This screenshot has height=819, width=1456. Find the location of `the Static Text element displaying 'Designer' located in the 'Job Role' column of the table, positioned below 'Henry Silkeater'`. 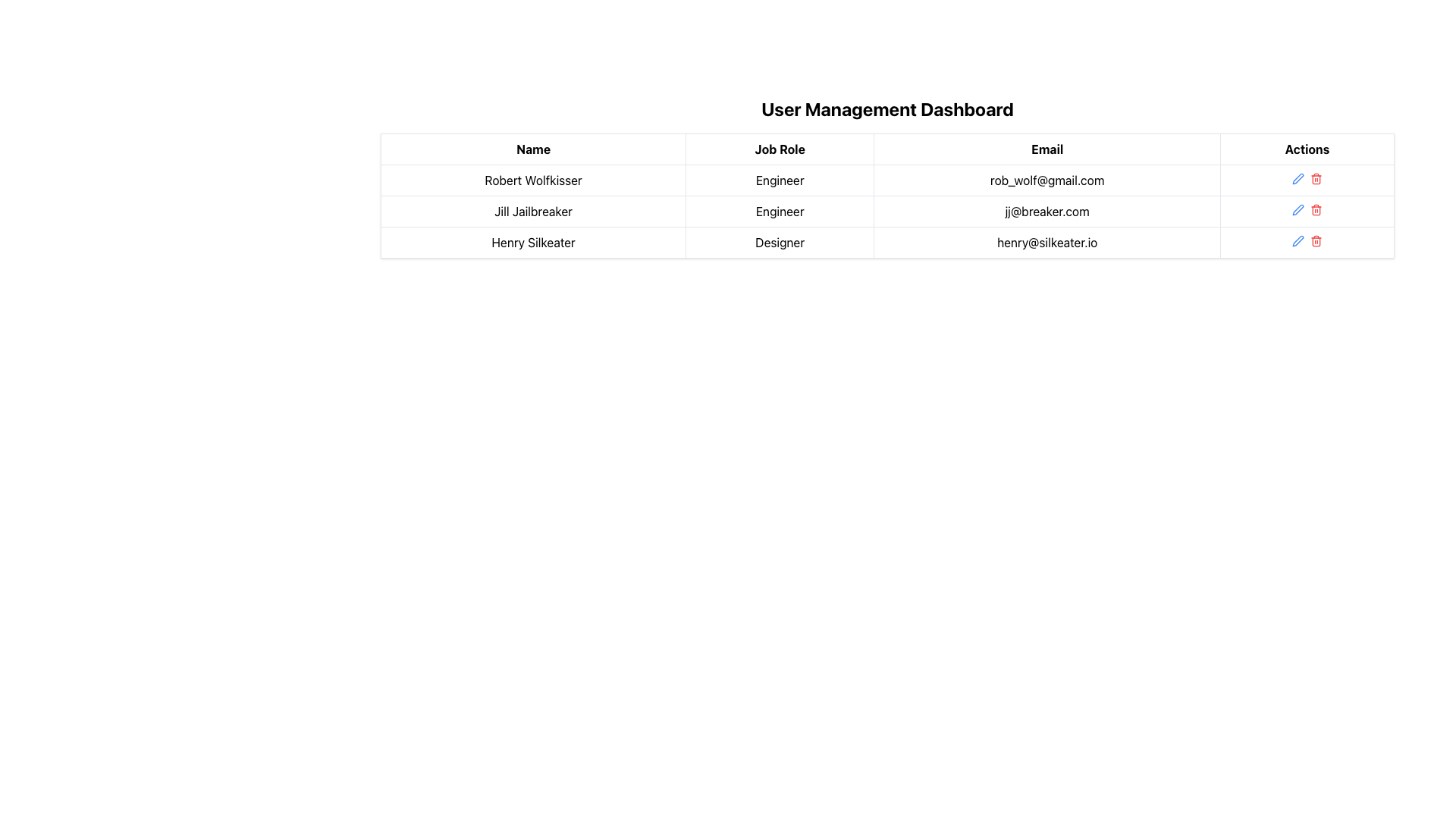

the Static Text element displaying 'Designer' located in the 'Job Role' column of the table, positioned below 'Henry Silkeater' is located at coordinates (780, 242).